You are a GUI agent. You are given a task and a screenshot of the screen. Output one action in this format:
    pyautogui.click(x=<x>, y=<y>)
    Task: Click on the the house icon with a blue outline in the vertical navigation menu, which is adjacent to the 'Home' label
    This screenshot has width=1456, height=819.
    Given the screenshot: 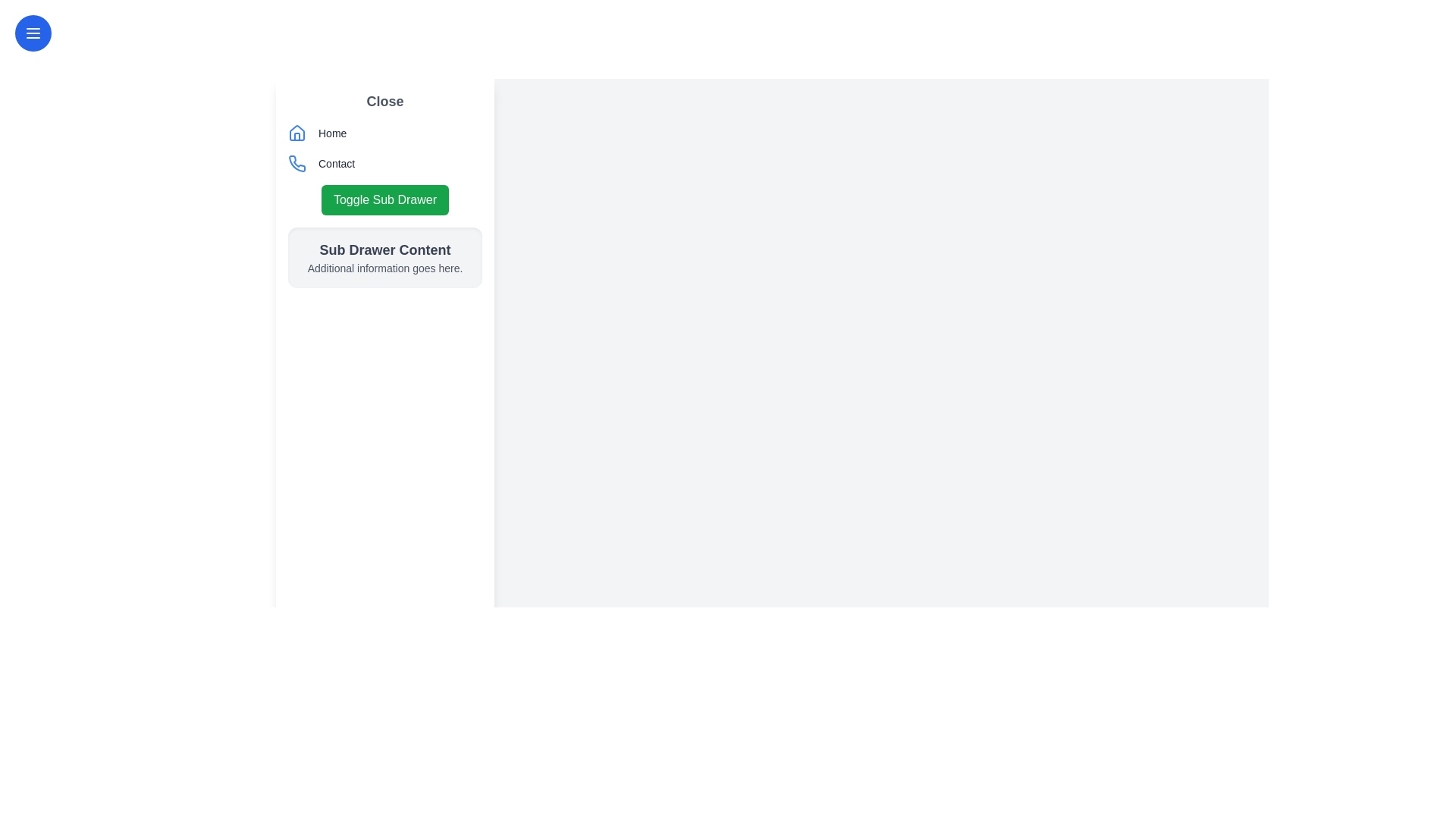 What is the action you would take?
    pyautogui.click(x=297, y=133)
    